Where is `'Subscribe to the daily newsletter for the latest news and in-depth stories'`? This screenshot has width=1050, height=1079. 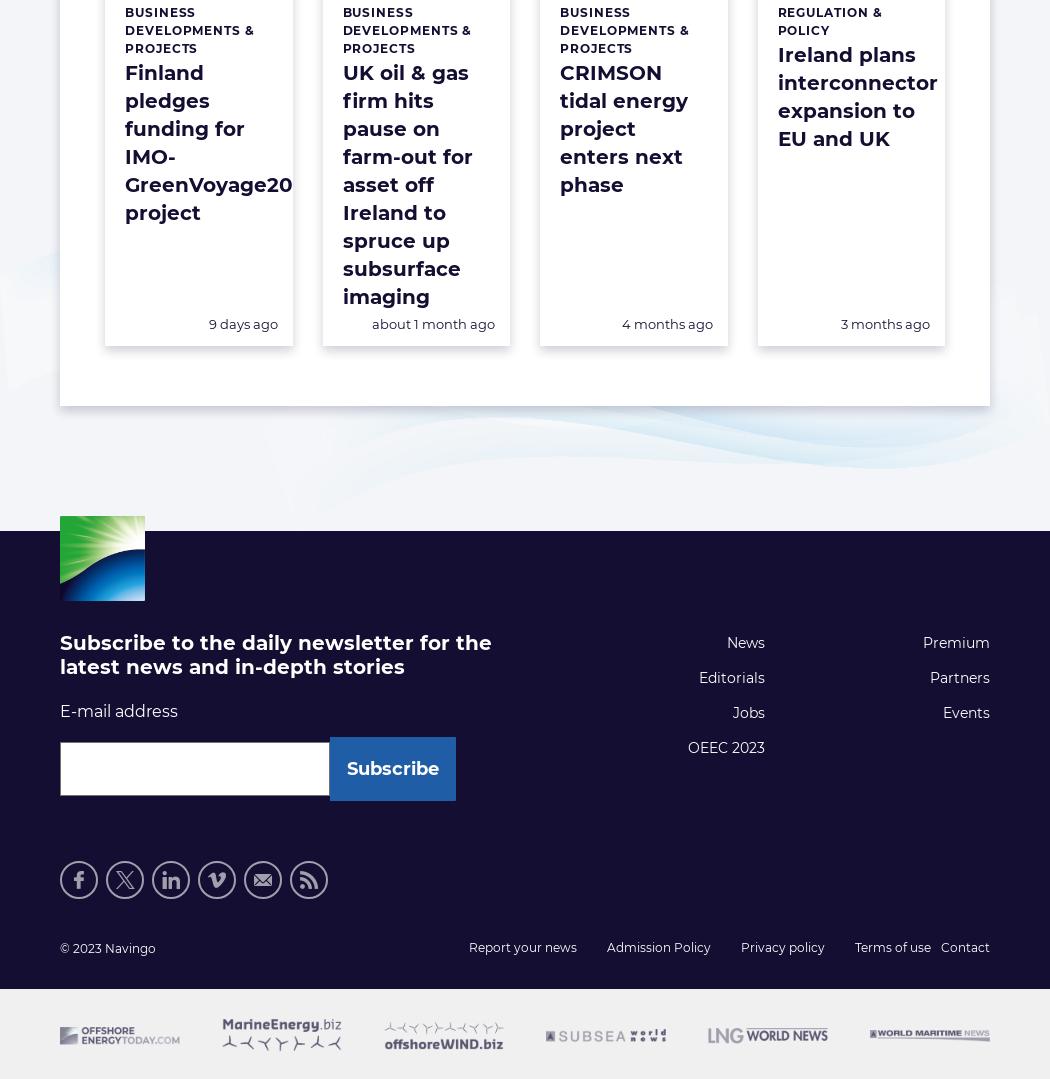
'Subscribe to the daily newsletter for the latest news and in-depth stories' is located at coordinates (275, 653).